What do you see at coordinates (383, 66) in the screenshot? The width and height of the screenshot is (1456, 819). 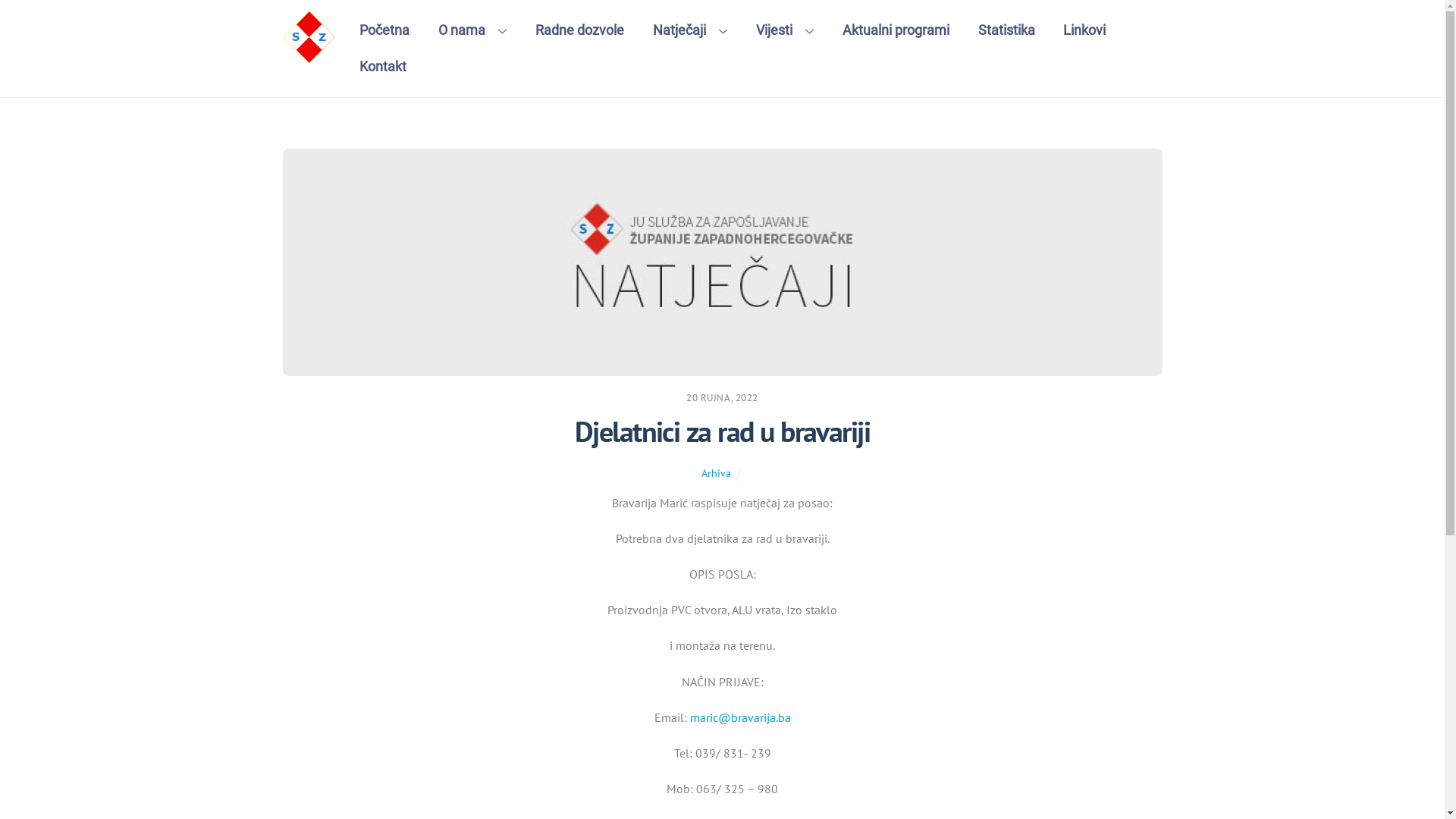 I see `'Kontakt'` at bounding box center [383, 66].